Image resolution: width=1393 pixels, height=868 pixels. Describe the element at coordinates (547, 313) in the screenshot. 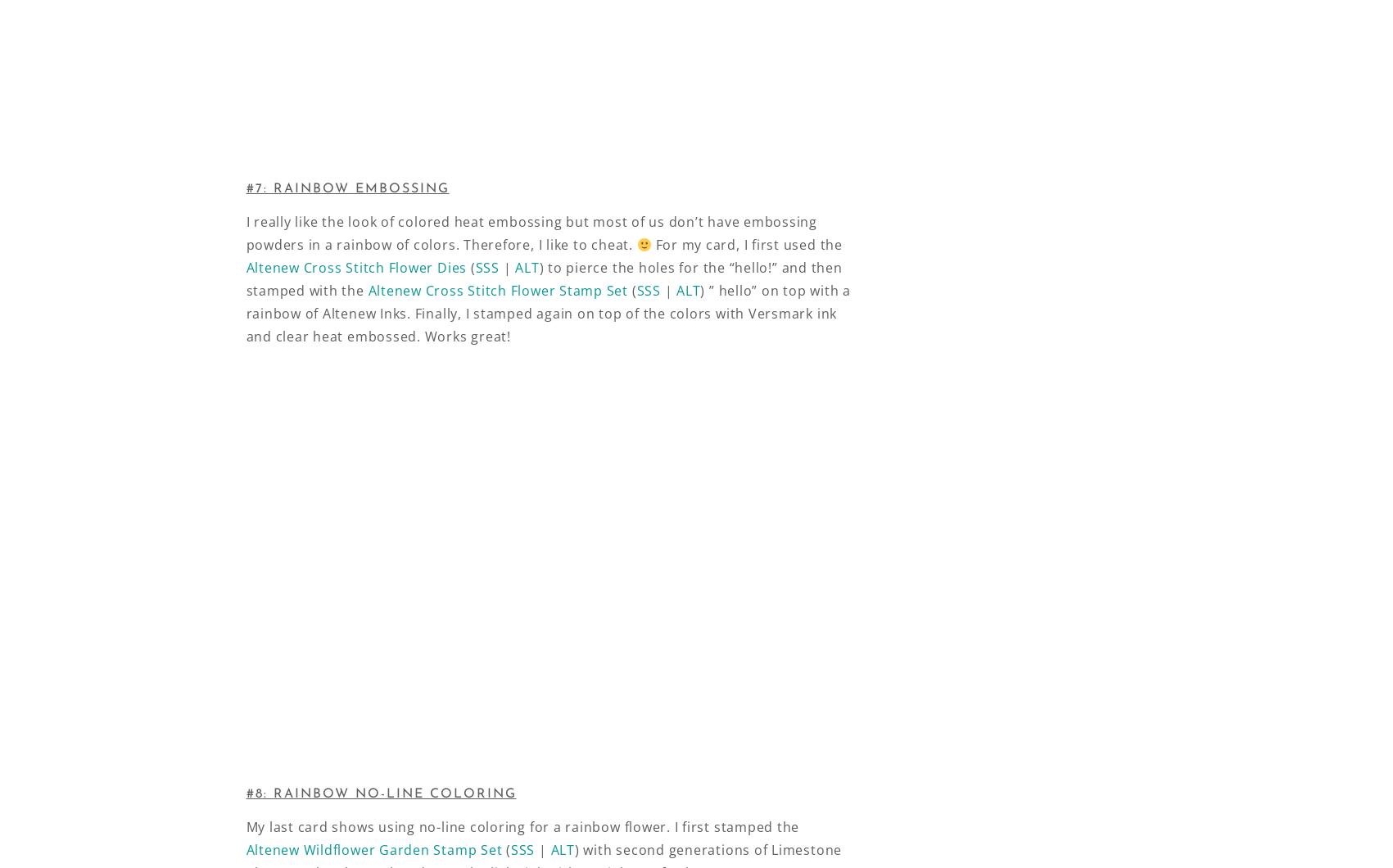

I see `') ” hello” on top with a rainbow of Altenew Inks. Finally, I stamped again on top of the colors with Versmark ink and clear heat embossed. Works great!'` at that location.